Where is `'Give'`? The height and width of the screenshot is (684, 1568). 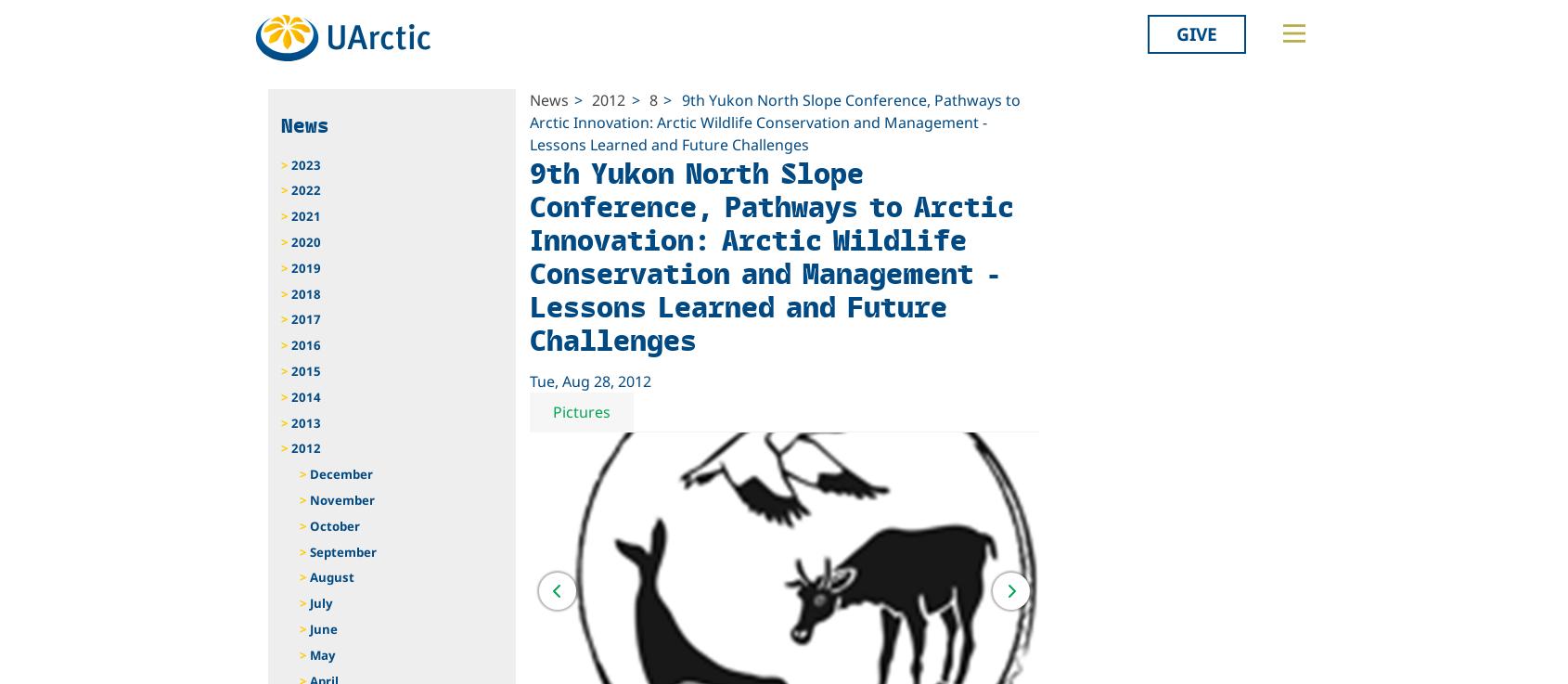 'Give' is located at coordinates (1196, 32).